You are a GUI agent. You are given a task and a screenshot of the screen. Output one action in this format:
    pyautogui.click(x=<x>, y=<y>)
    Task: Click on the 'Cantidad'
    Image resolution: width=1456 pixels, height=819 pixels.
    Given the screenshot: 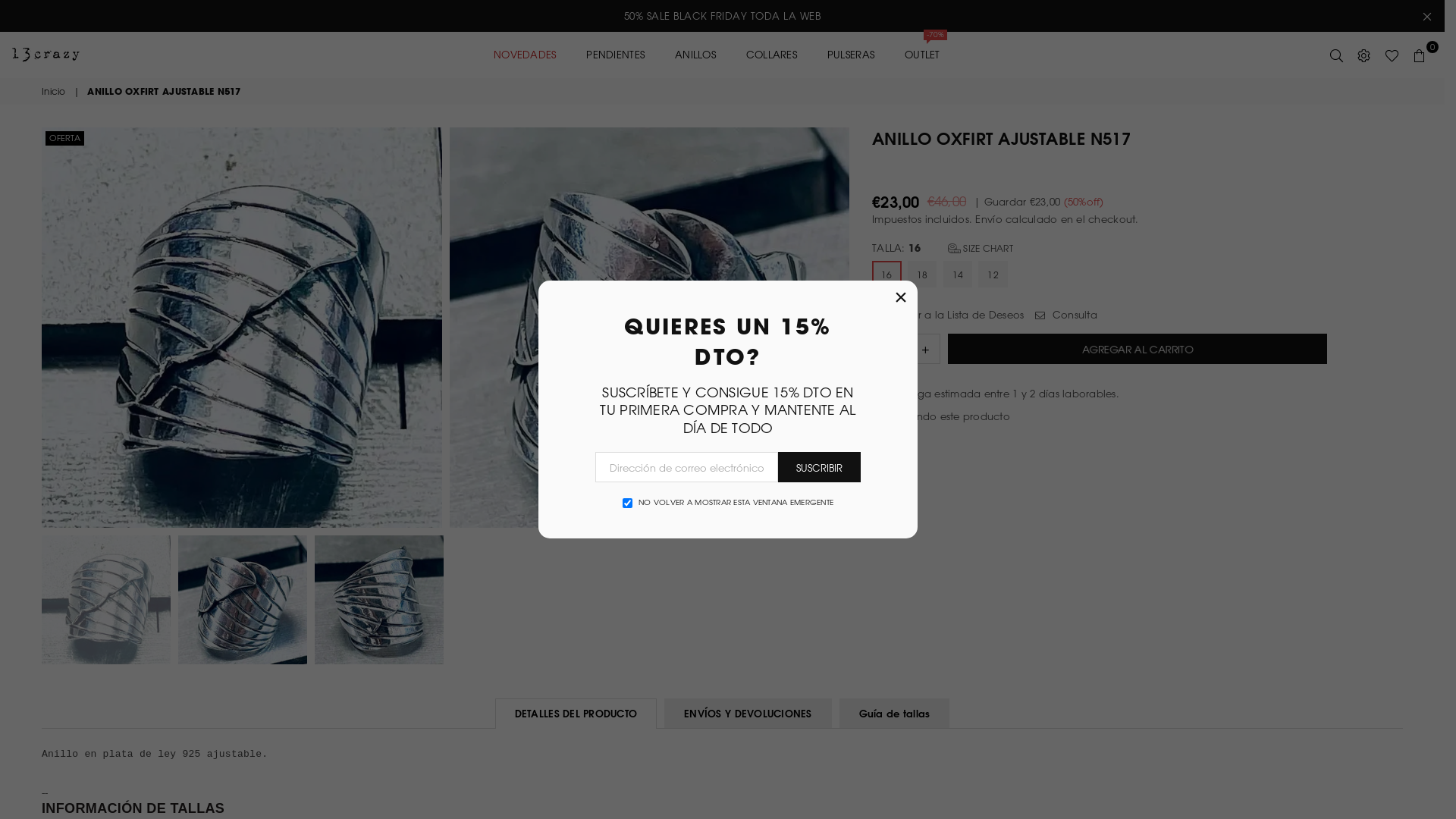 What is the action you would take?
    pyautogui.click(x=906, y=348)
    